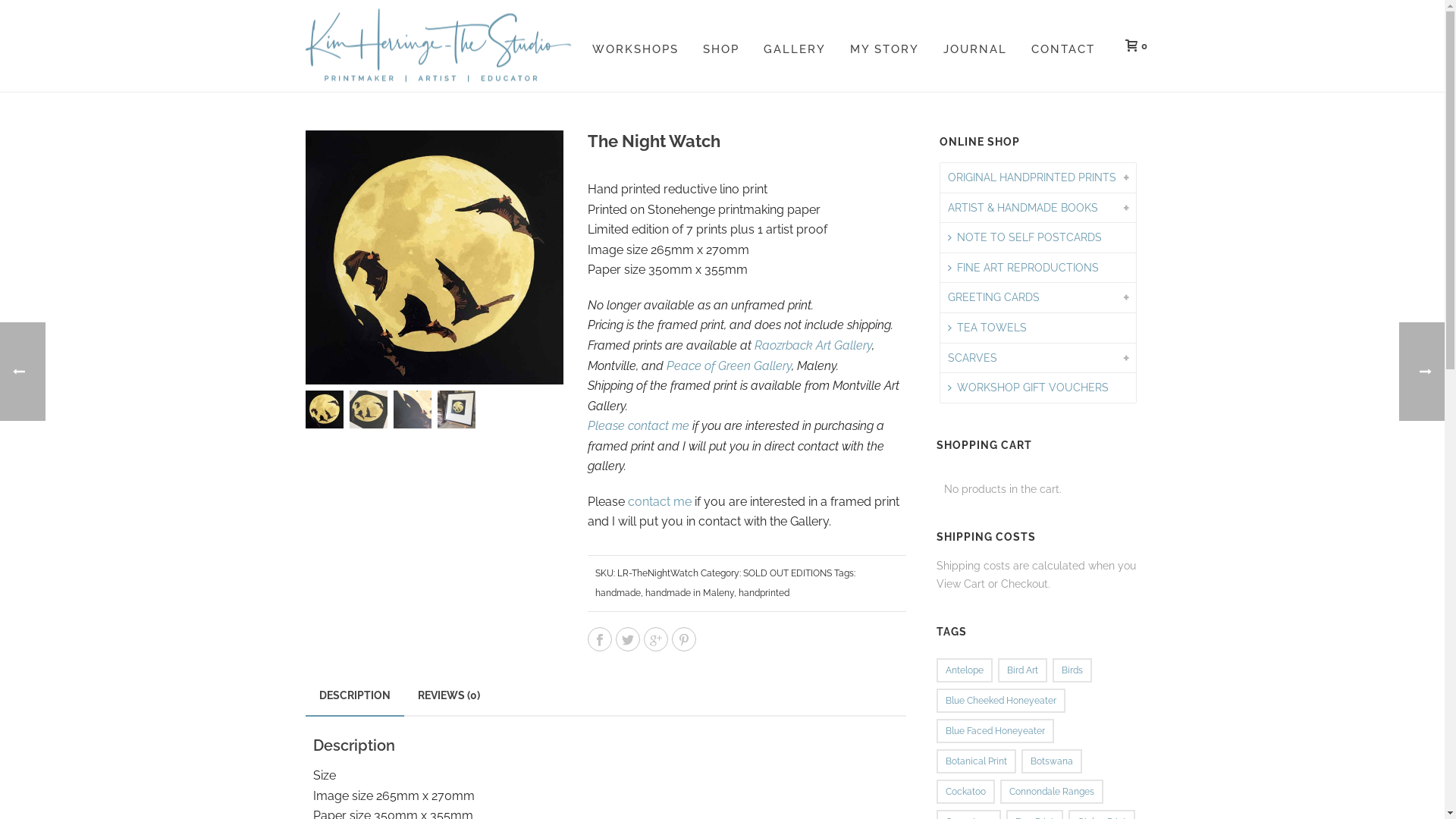 Image resolution: width=1456 pixels, height=819 pixels. I want to click on 'Blue Faced Honeyeater', so click(995, 730).